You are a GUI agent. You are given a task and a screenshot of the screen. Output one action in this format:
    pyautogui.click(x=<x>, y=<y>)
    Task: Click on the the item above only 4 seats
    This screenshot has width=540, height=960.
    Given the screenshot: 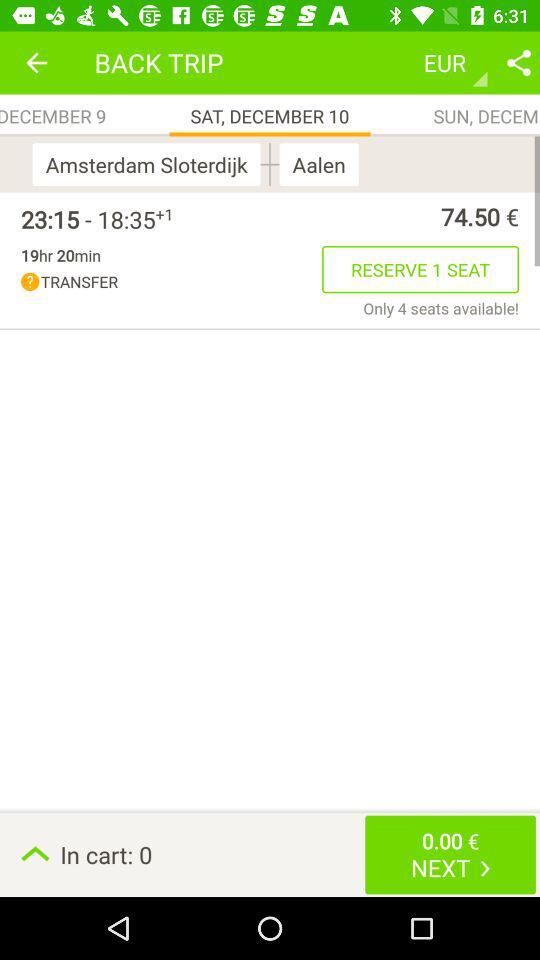 What is the action you would take?
    pyautogui.click(x=419, y=268)
    